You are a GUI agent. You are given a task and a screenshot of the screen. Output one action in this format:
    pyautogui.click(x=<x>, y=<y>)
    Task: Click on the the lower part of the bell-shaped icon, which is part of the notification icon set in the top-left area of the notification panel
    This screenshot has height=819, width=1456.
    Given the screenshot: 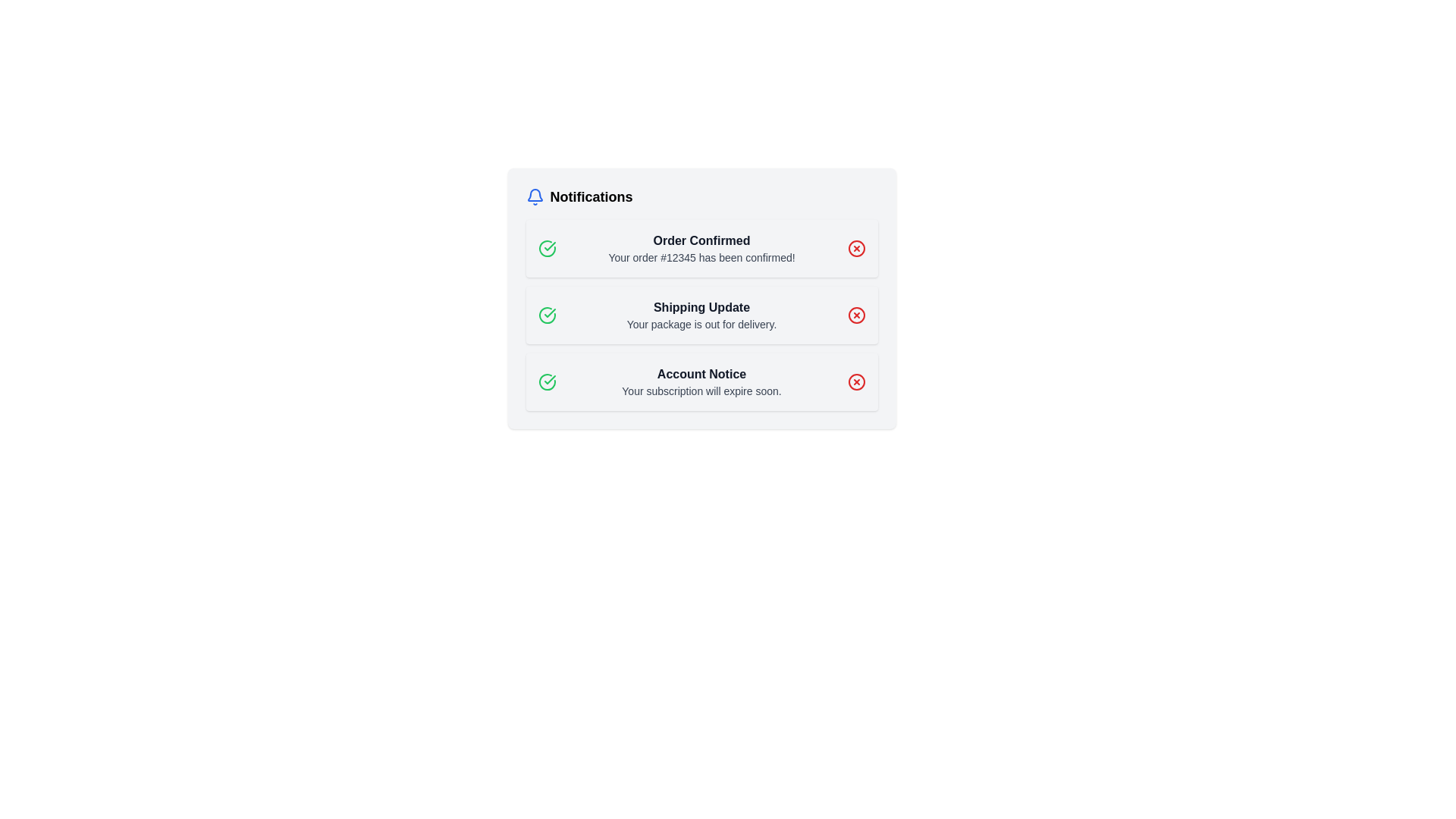 What is the action you would take?
    pyautogui.click(x=535, y=194)
    